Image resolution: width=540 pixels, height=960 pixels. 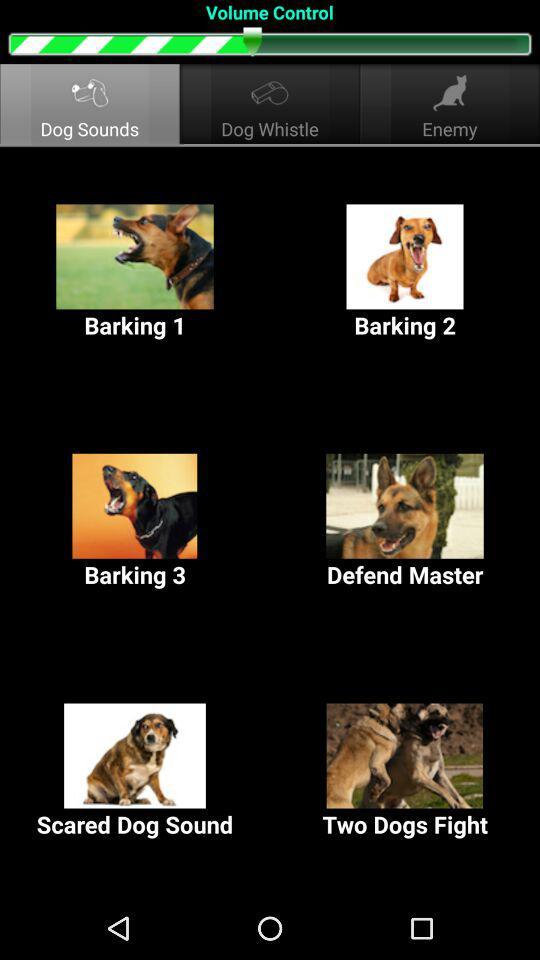 What do you see at coordinates (135, 770) in the screenshot?
I see `button below the barking 3` at bounding box center [135, 770].